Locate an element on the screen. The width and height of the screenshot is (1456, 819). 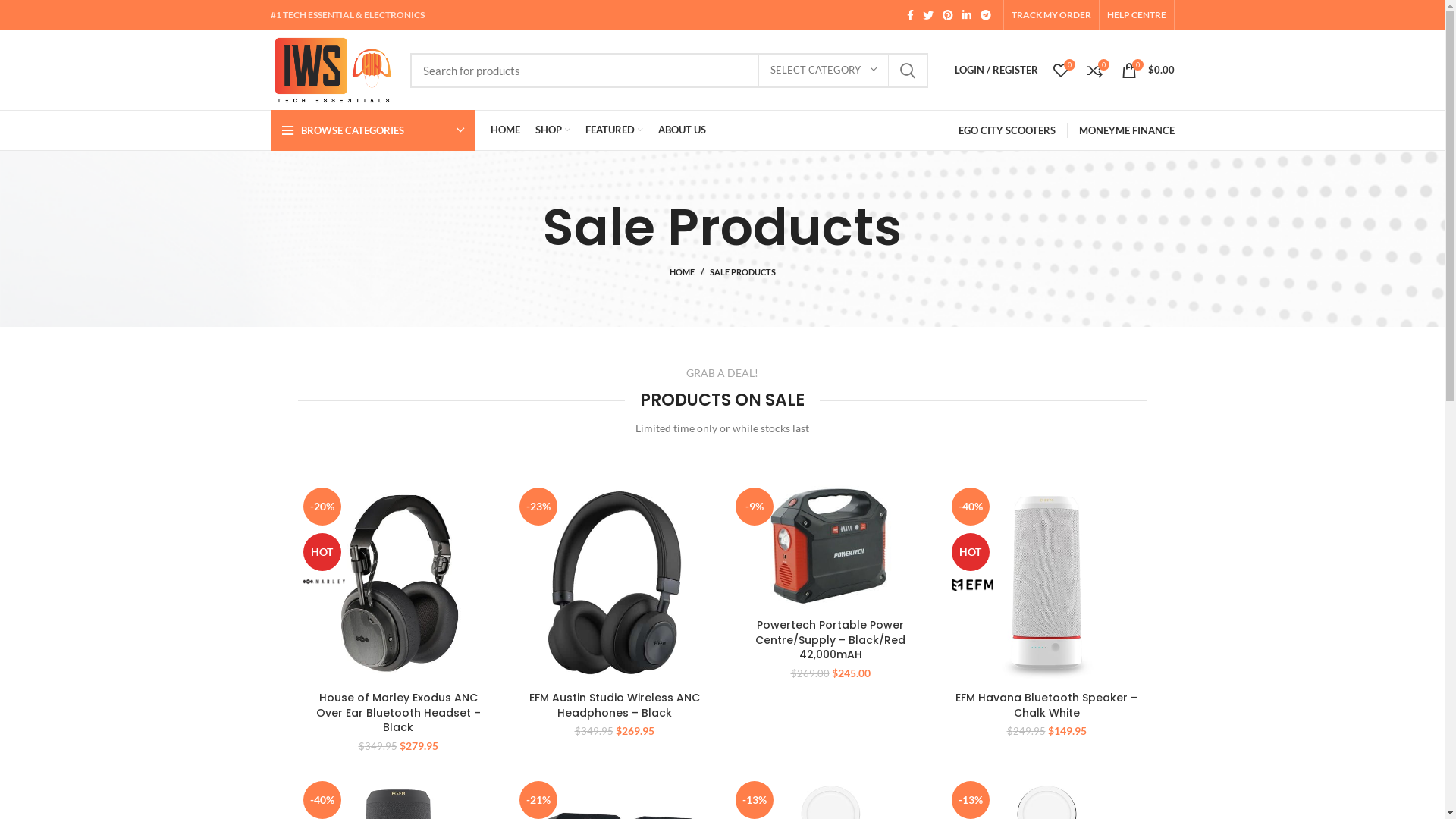
'-40% is located at coordinates (1046, 582).